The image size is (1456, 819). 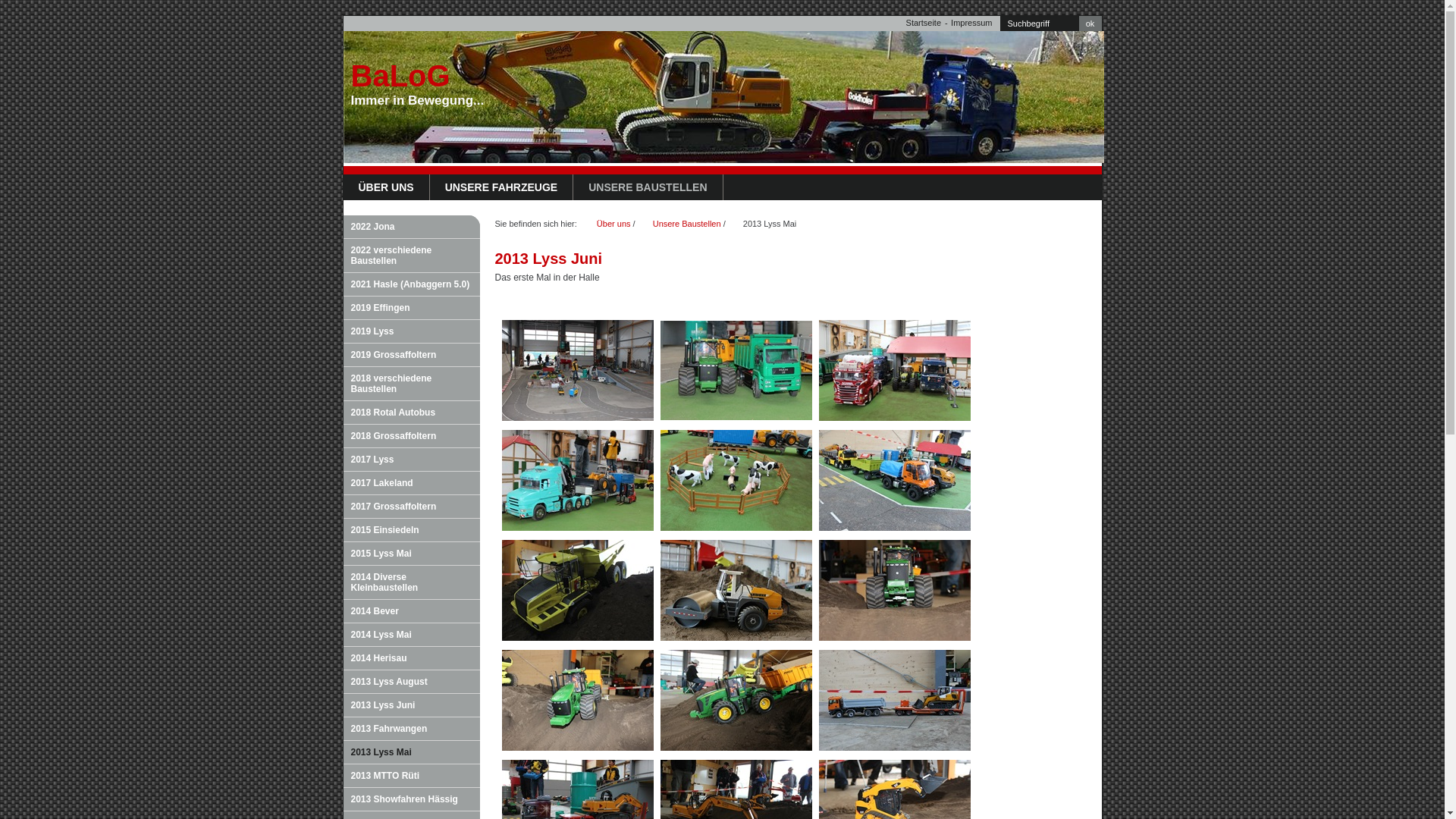 What do you see at coordinates (502, 186) in the screenshot?
I see `'UNSERE FAHRZEUGE'` at bounding box center [502, 186].